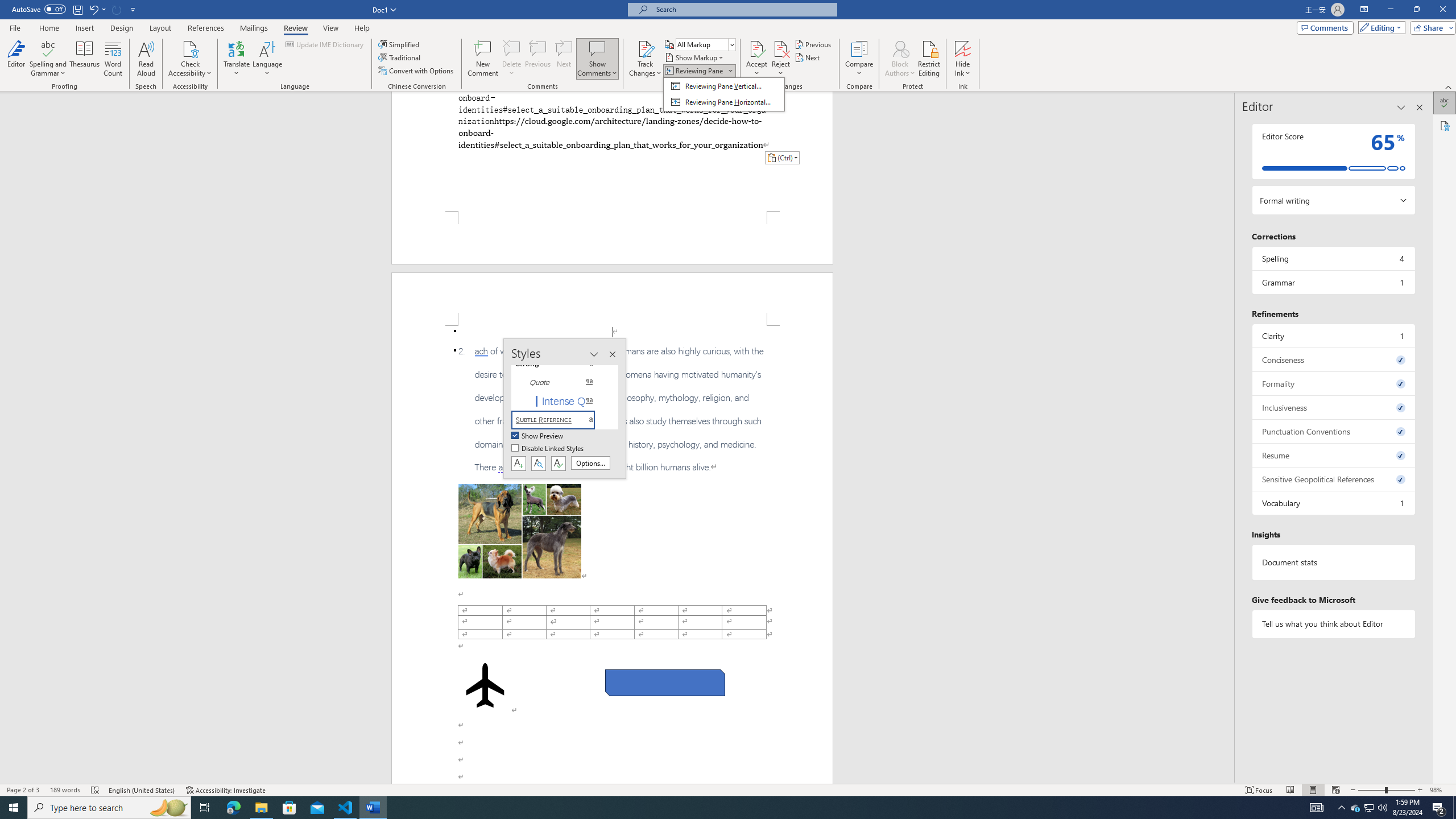 This screenshot has height=819, width=1456. Describe the element at coordinates (84, 59) in the screenshot. I see `'Thesaurus...'` at that location.